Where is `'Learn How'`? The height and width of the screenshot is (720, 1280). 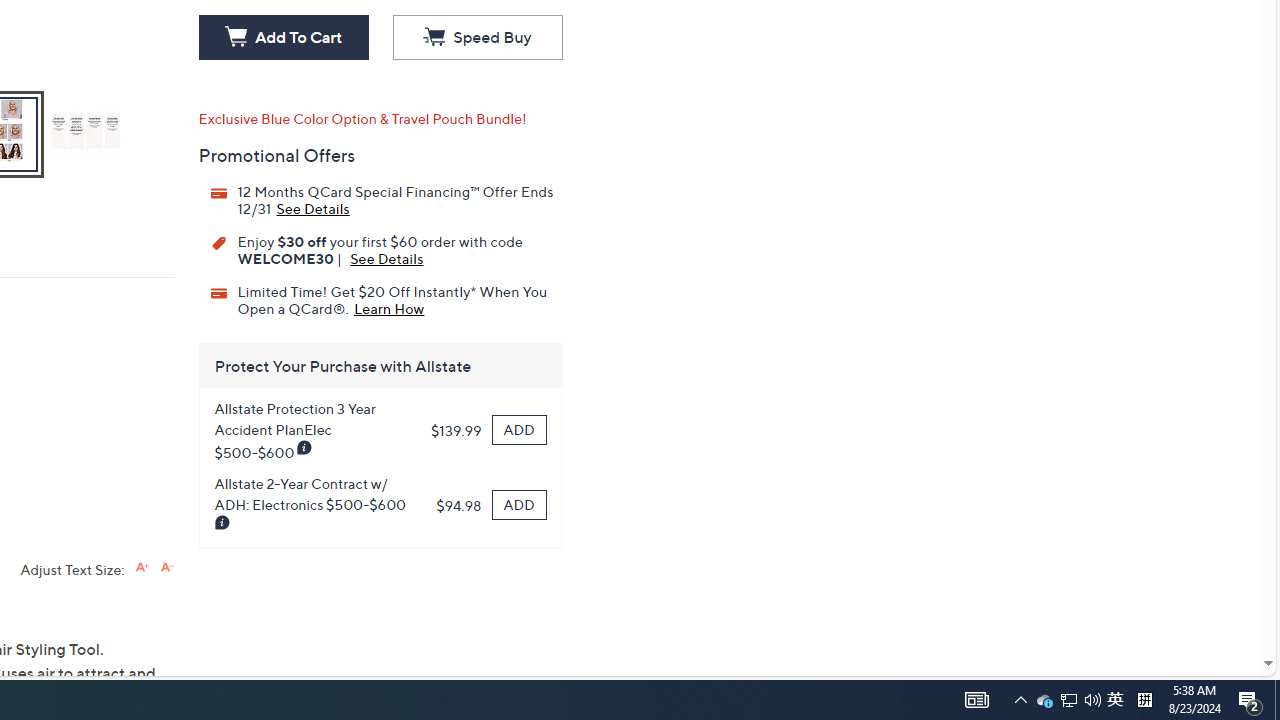 'Learn How' is located at coordinates (389, 307).